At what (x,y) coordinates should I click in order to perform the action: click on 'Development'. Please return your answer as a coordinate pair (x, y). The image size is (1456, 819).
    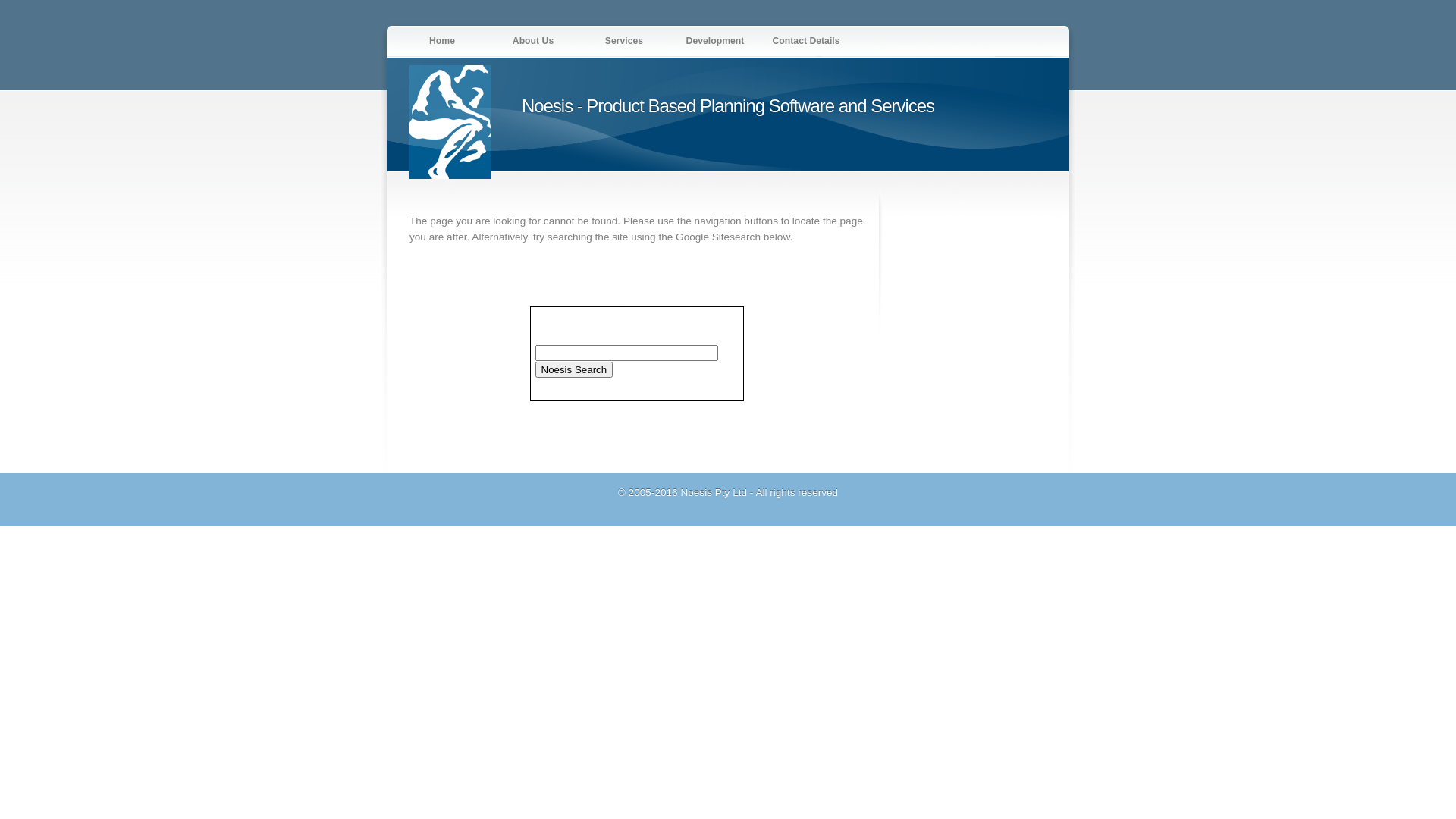
    Looking at the image, I should click on (714, 39).